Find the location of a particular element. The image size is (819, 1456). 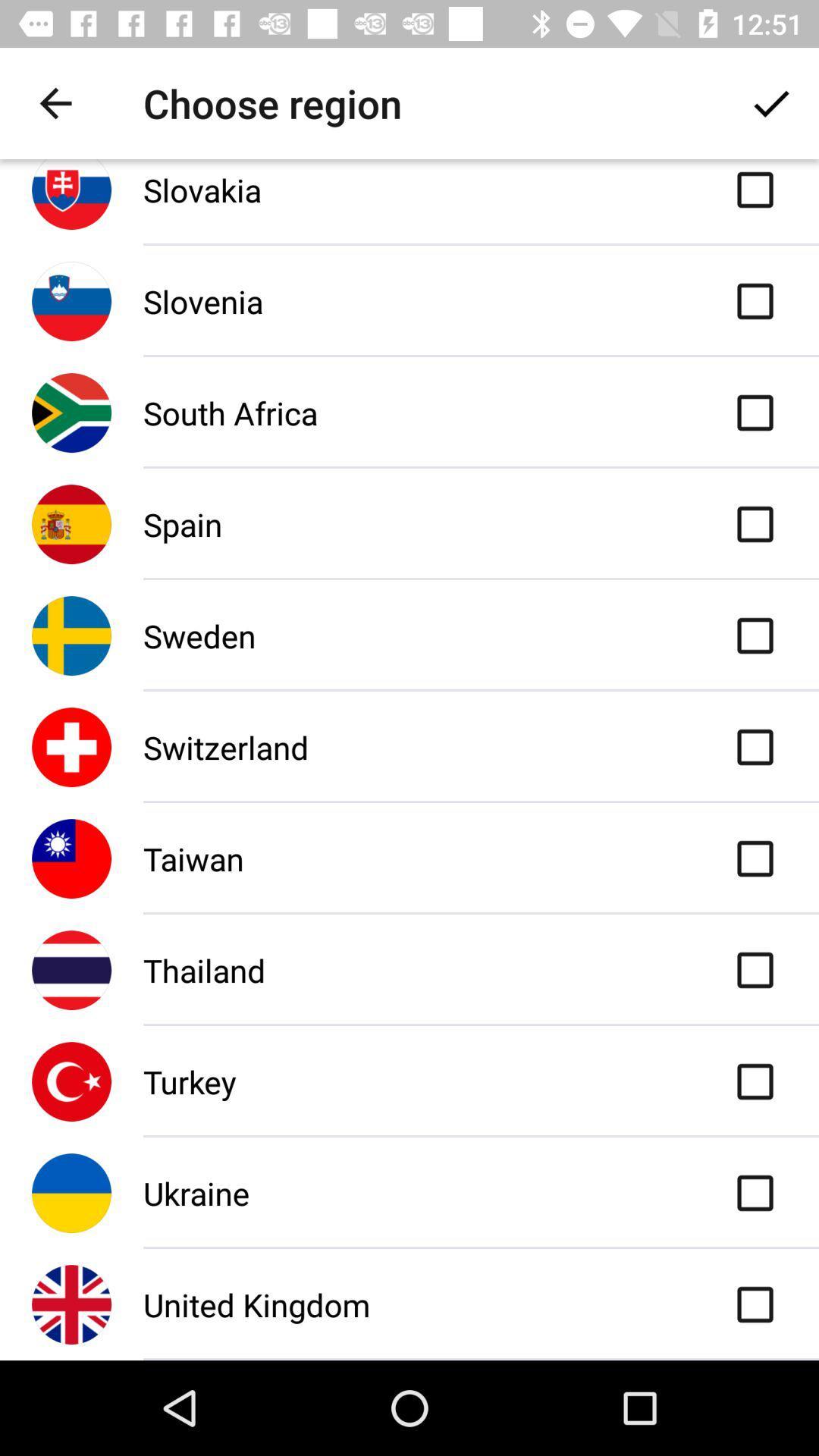

item to the right of the choose region item is located at coordinates (771, 102).